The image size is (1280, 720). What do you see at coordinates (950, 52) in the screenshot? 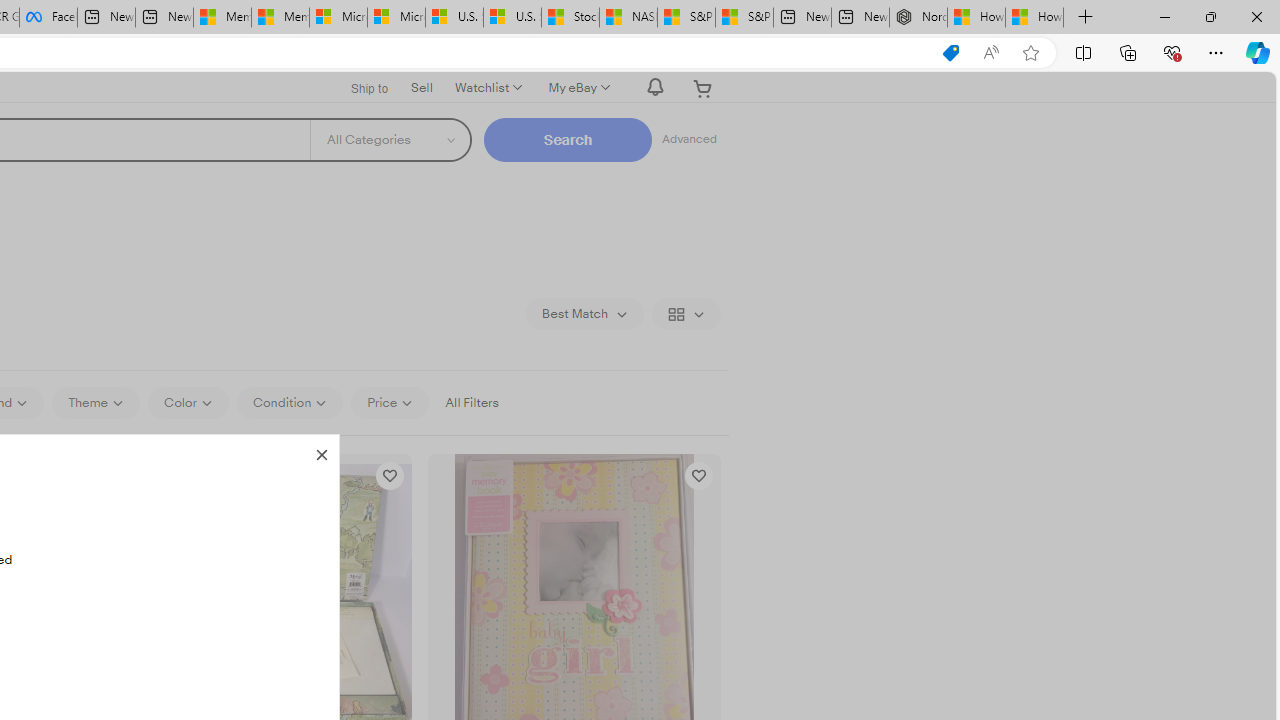
I see `'This site has coupons! Shopping in Microsoft Edge'` at bounding box center [950, 52].